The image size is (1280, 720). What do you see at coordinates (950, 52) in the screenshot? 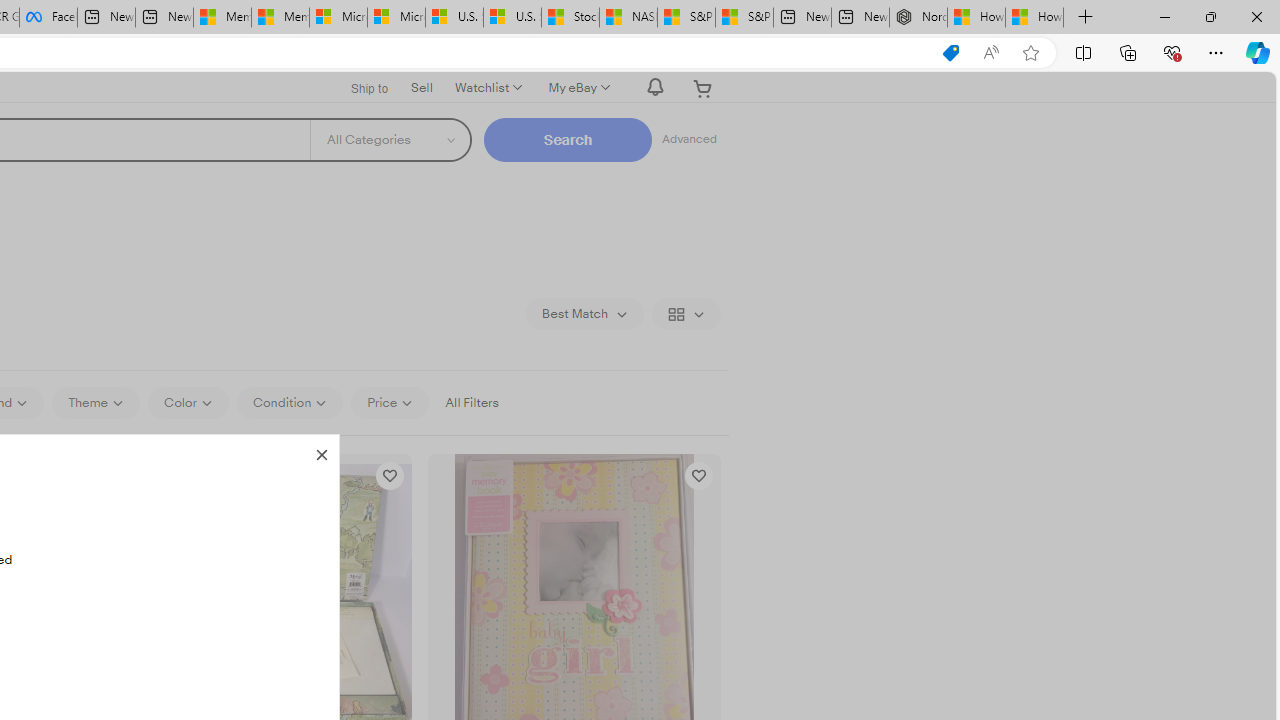
I see `'This site has coupons! Shopping in Microsoft Edge'` at bounding box center [950, 52].